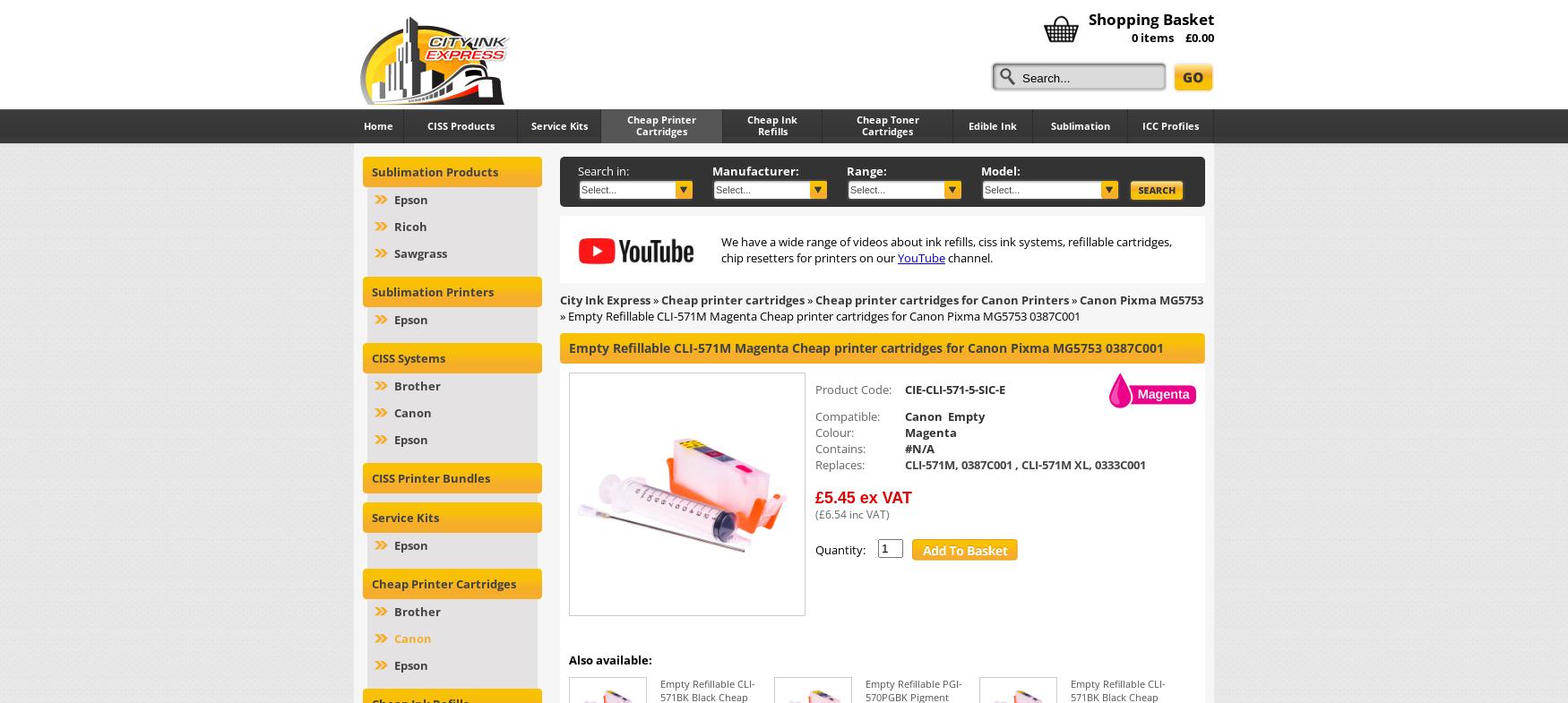 This screenshot has width=1568, height=703. What do you see at coordinates (969, 257) in the screenshot?
I see `'channel.'` at bounding box center [969, 257].